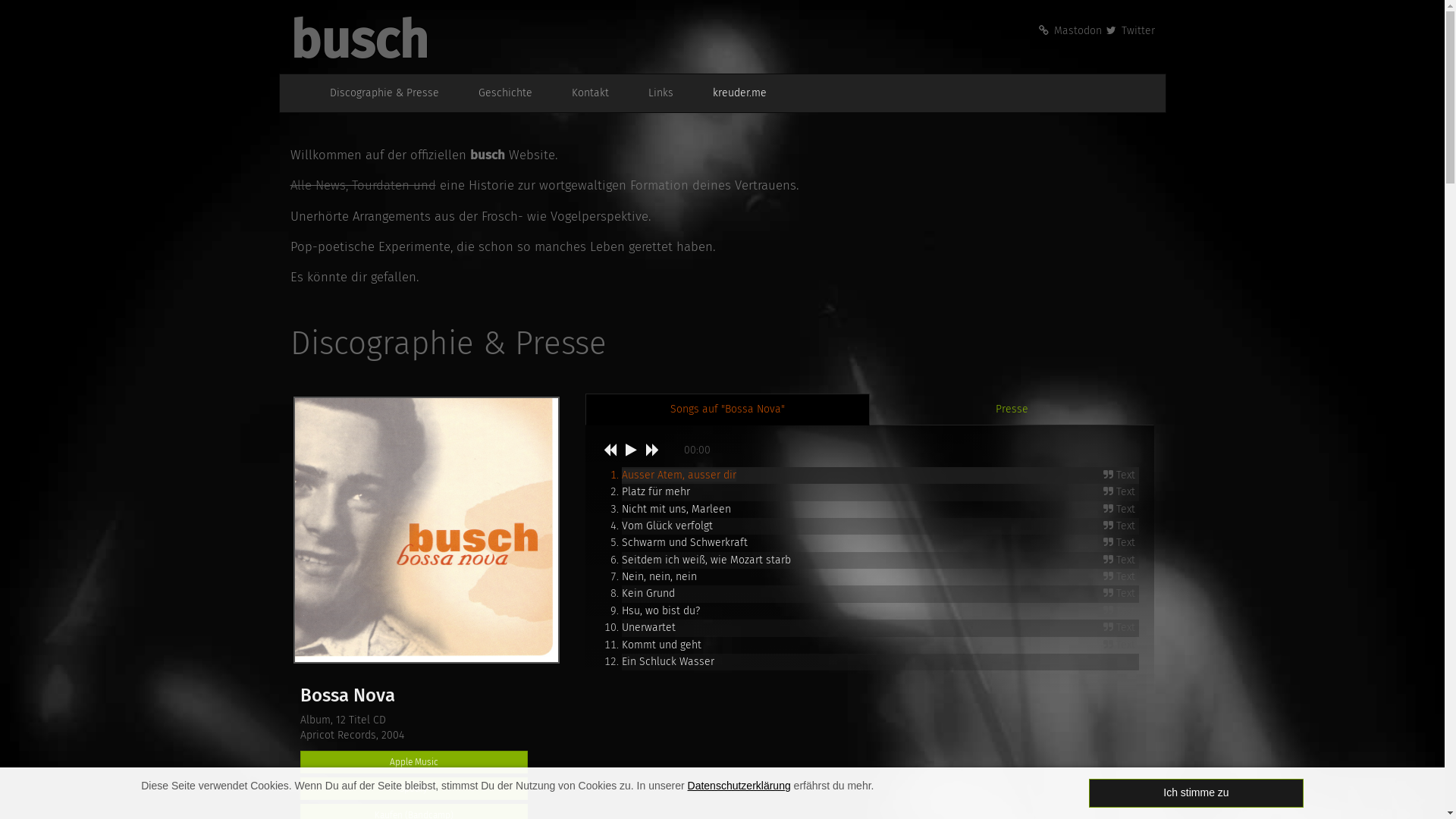 Image resolution: width=1456 pixels, height=819 pixels. Describe the element at coordinates (661, 645) in the screenshot. I see `'Kommt und geht'` at that location.